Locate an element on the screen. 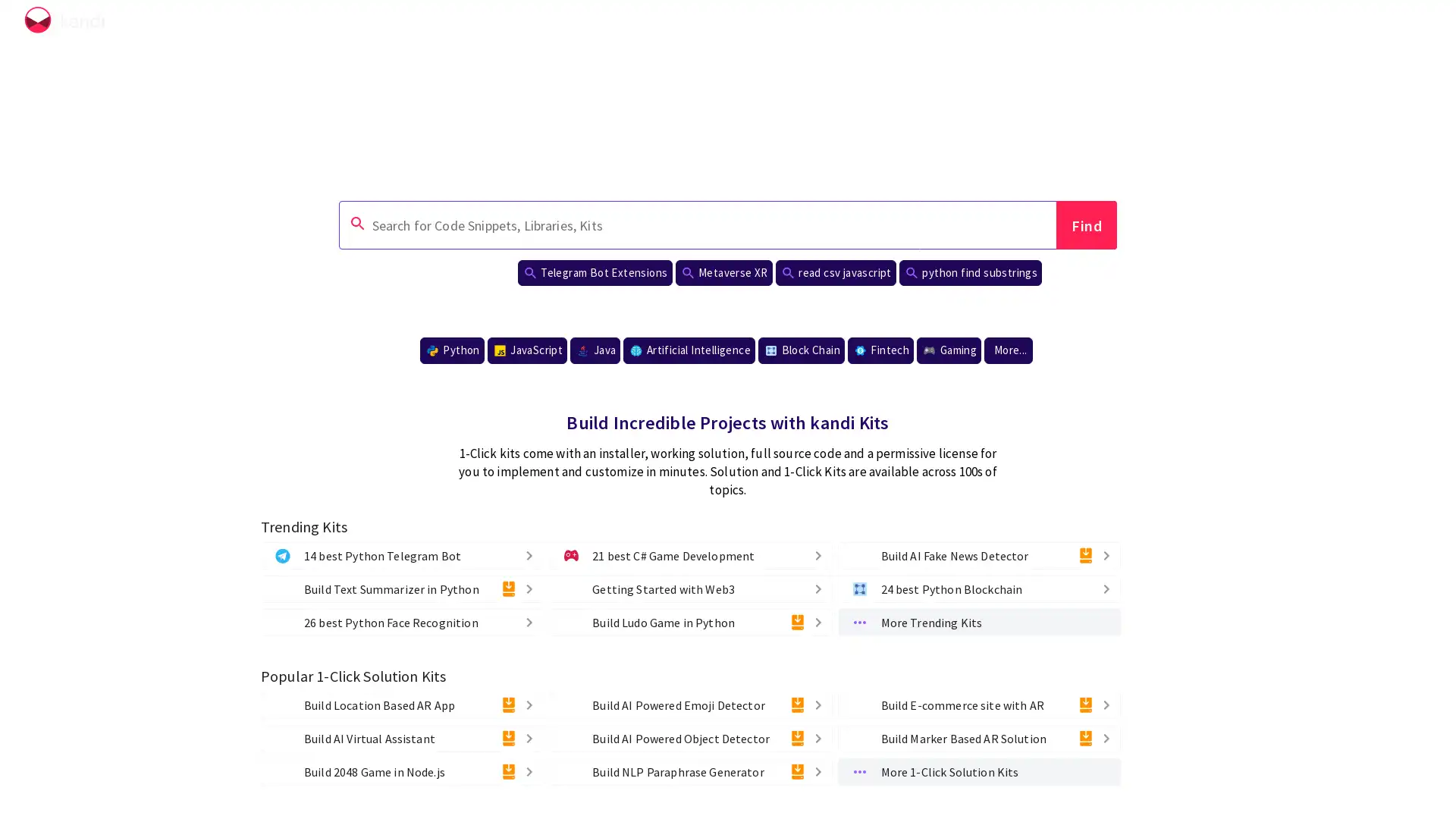 This screenshot has height=819, width=1456. delete is located at coordinates (796, 771).